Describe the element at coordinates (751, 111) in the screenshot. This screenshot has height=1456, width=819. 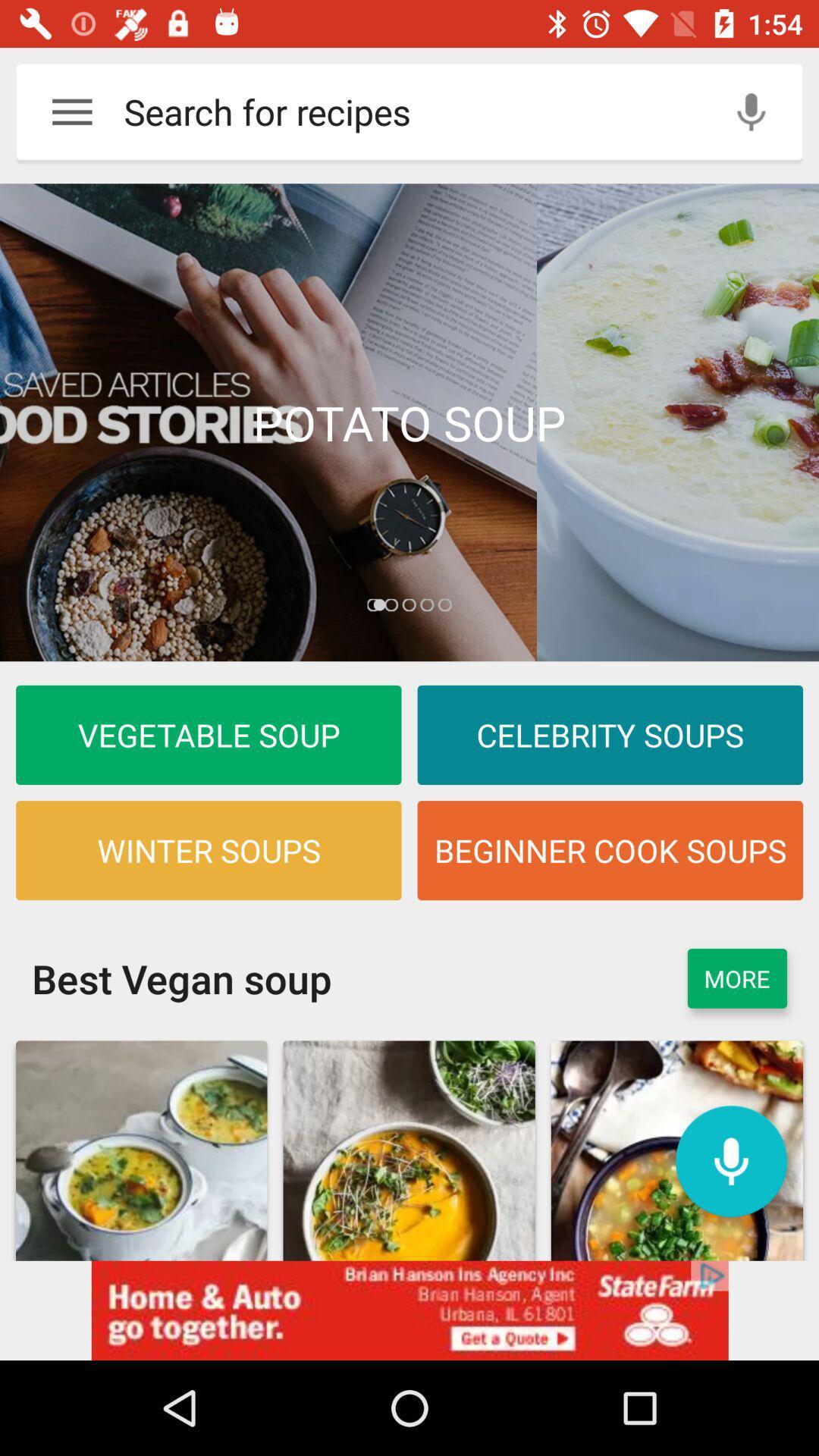
I see `the microphone icon` at that location.